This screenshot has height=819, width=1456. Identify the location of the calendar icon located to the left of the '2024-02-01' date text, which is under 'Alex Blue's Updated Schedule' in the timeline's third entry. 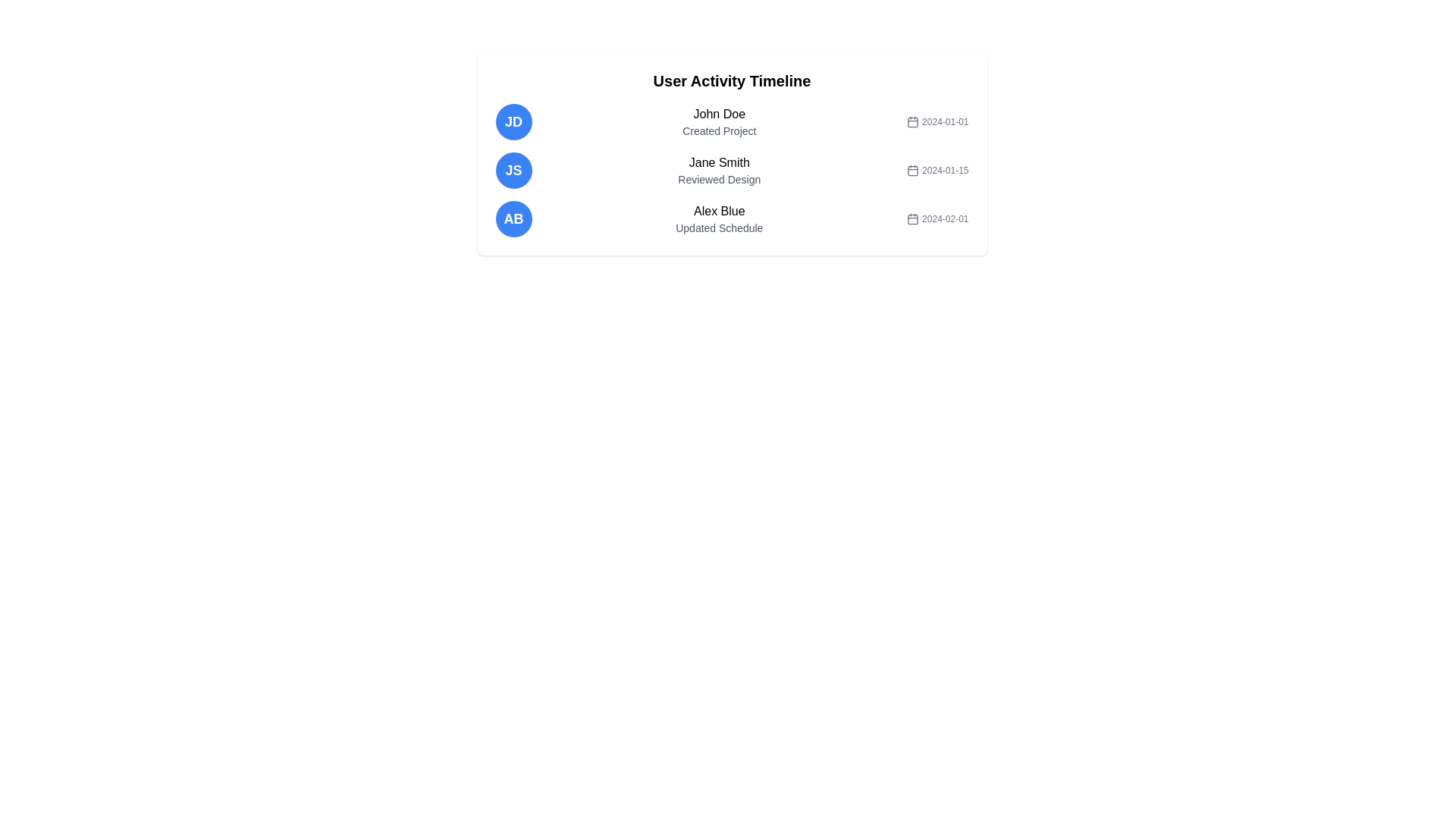
(912, 219).